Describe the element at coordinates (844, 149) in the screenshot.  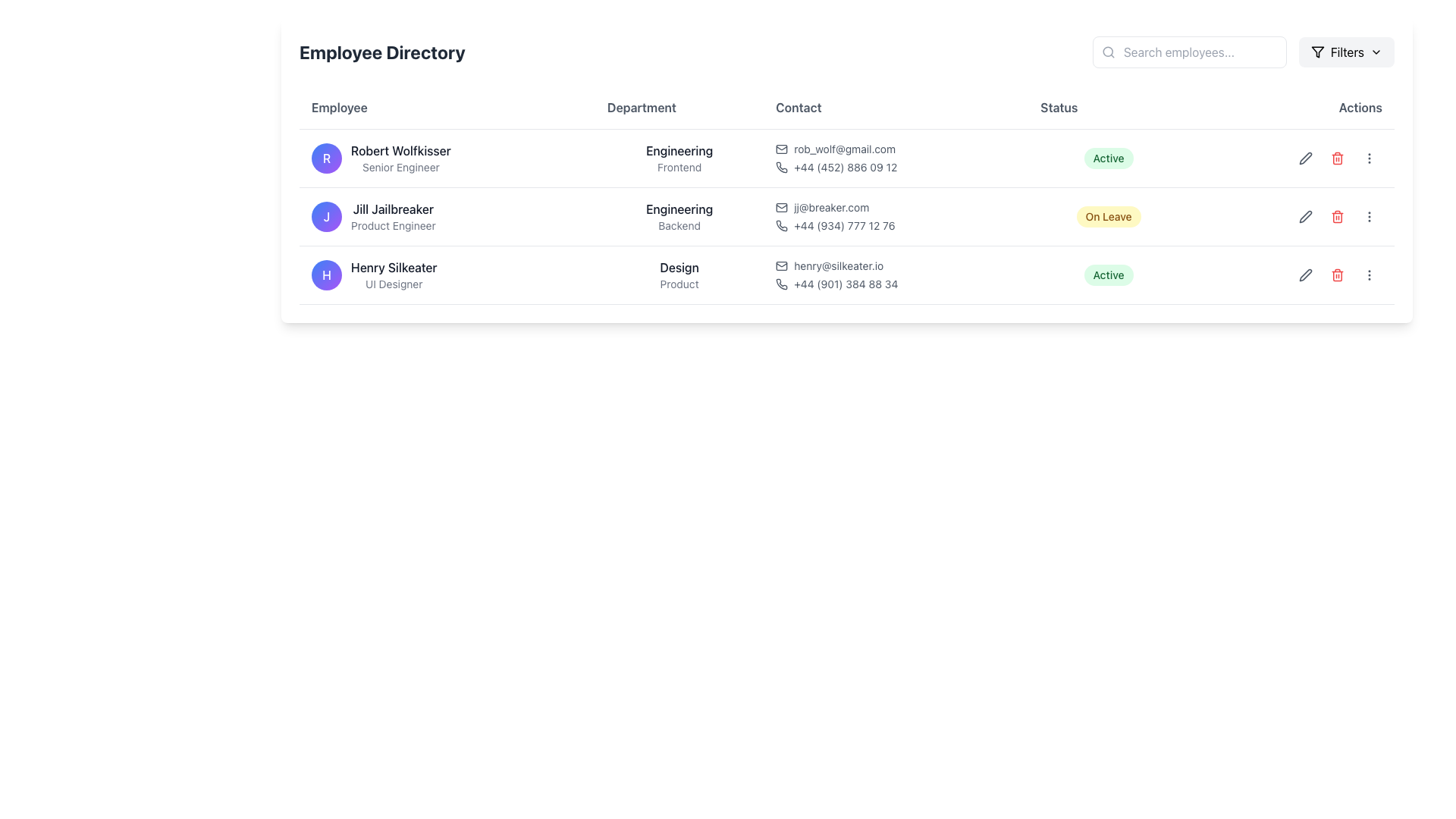
I see `the email address text label of 'Robert Wolfkisser' in the 'Contact' column, which provides the individual's email information` at that location.